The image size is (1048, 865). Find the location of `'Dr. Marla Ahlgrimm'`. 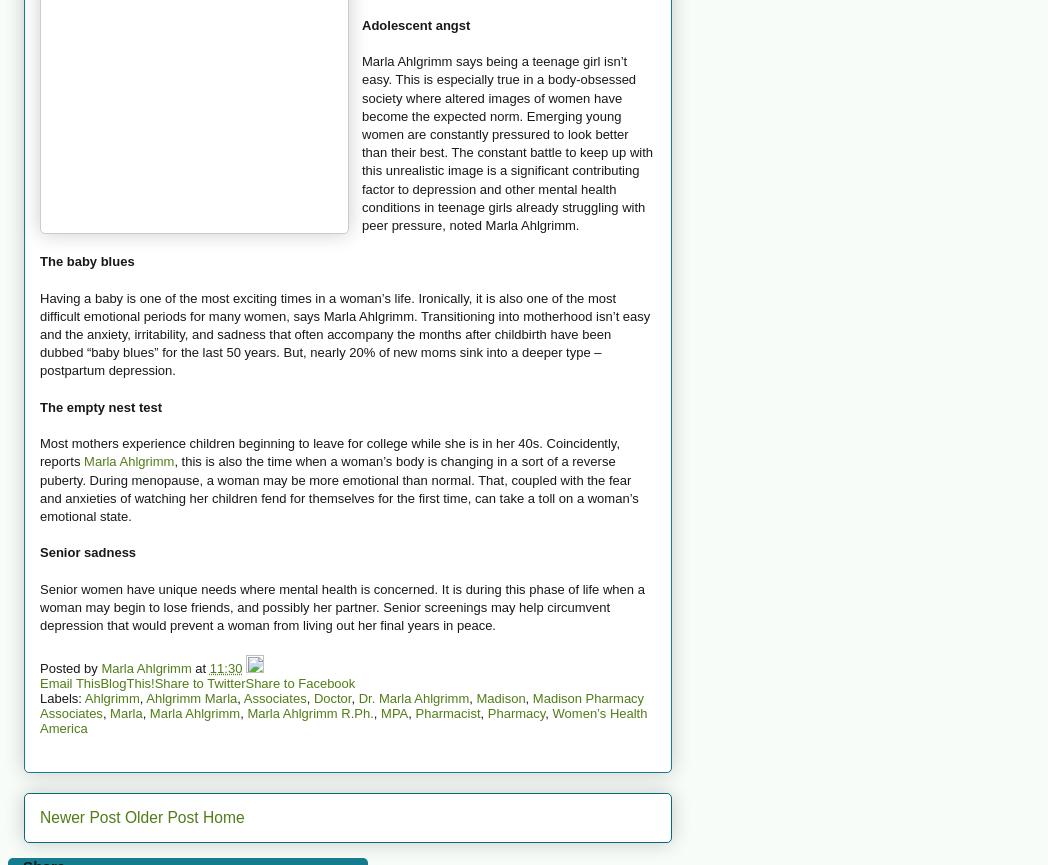

'Dr. Marla Ahlgrimm' is located at coordinates (356, 697).